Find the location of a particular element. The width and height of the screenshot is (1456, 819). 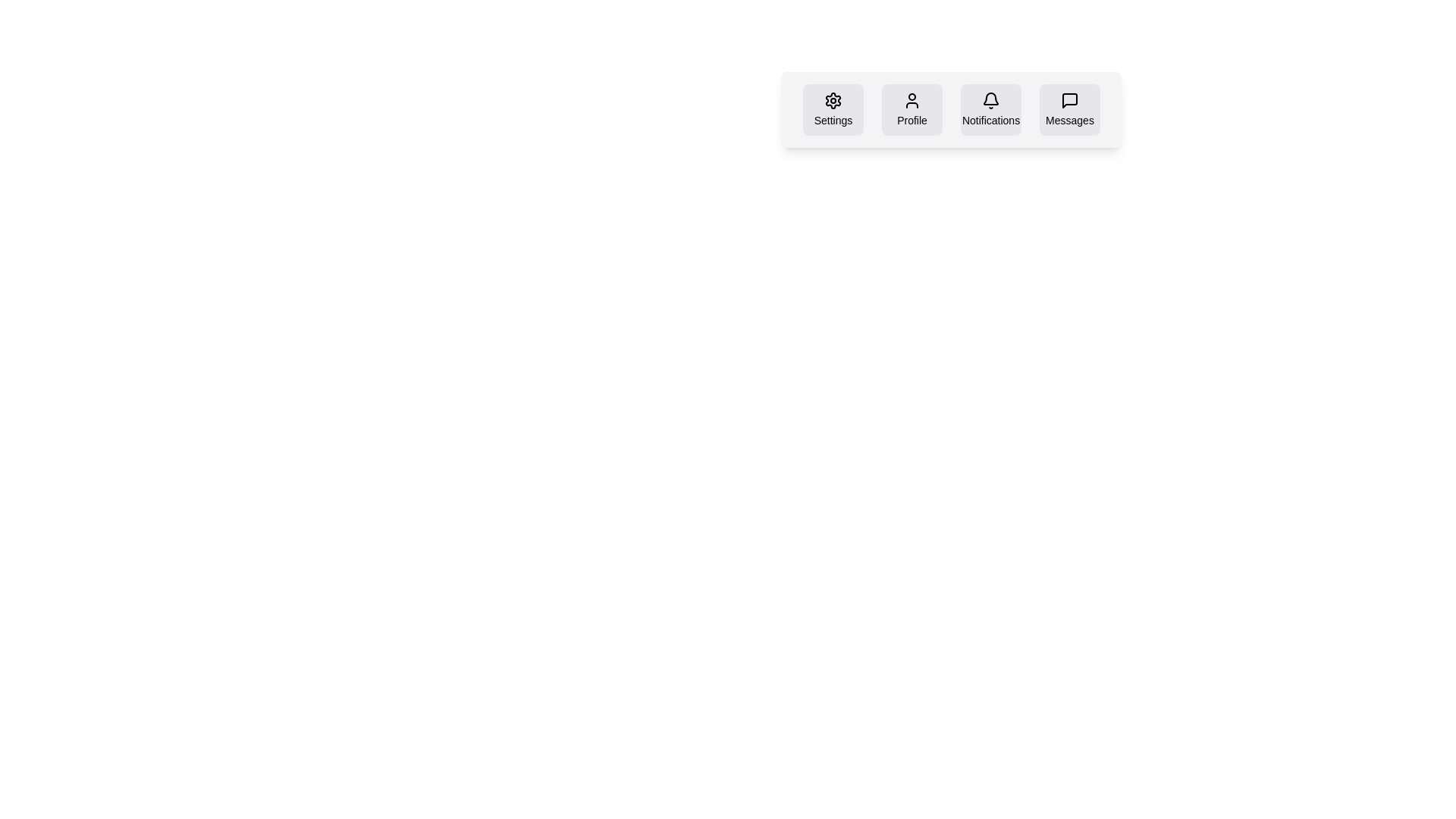

the 'Profile' button, which is a light gray rectangular button with a rounded border, featuring a user silhouette icon and the label 'Profile' below it is located at coordinates (912, 109).